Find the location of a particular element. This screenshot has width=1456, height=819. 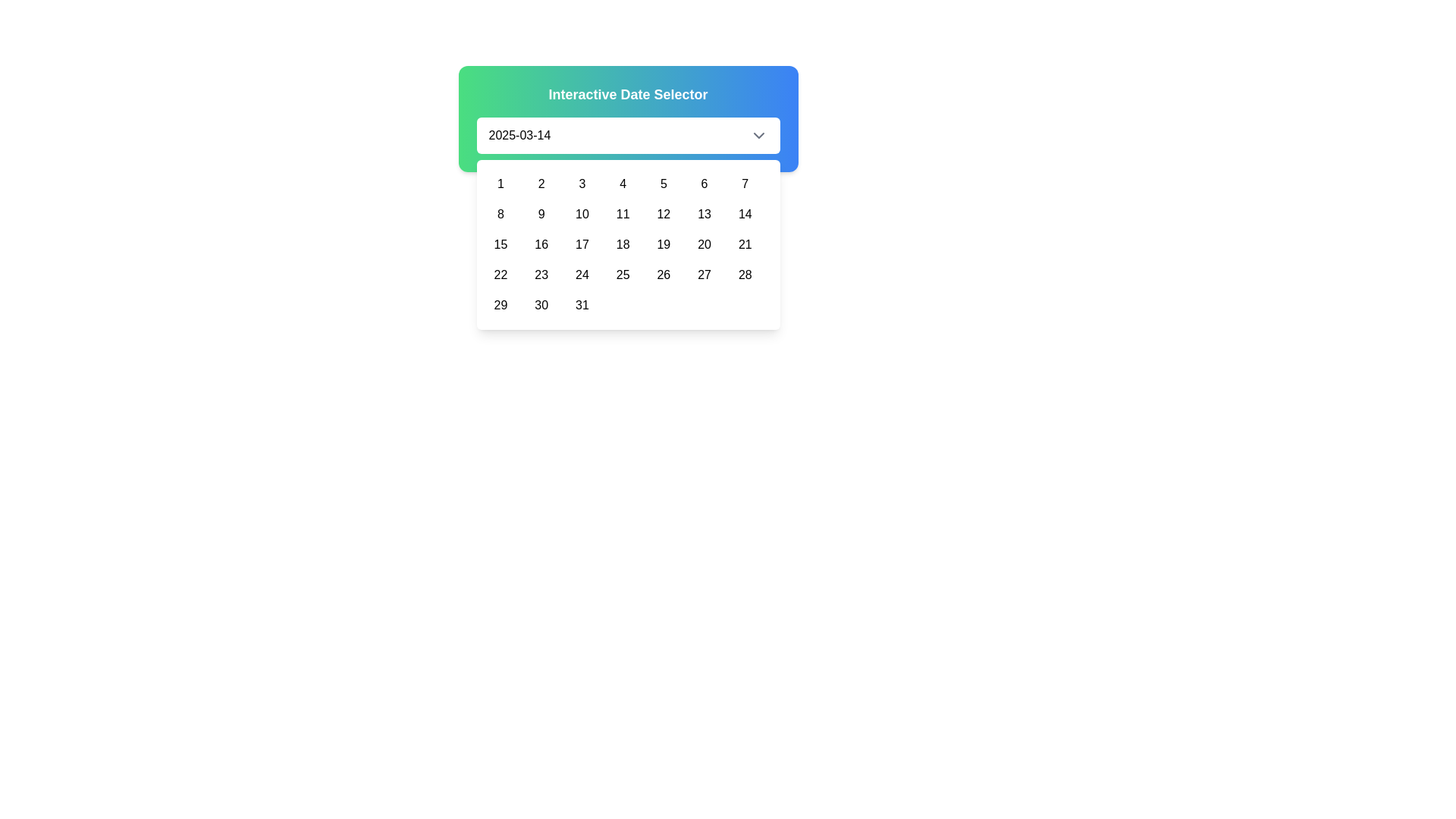

a day in the Calendar Grid located below the 'Interactive Date Selector' is located at coordinates (628, 244).